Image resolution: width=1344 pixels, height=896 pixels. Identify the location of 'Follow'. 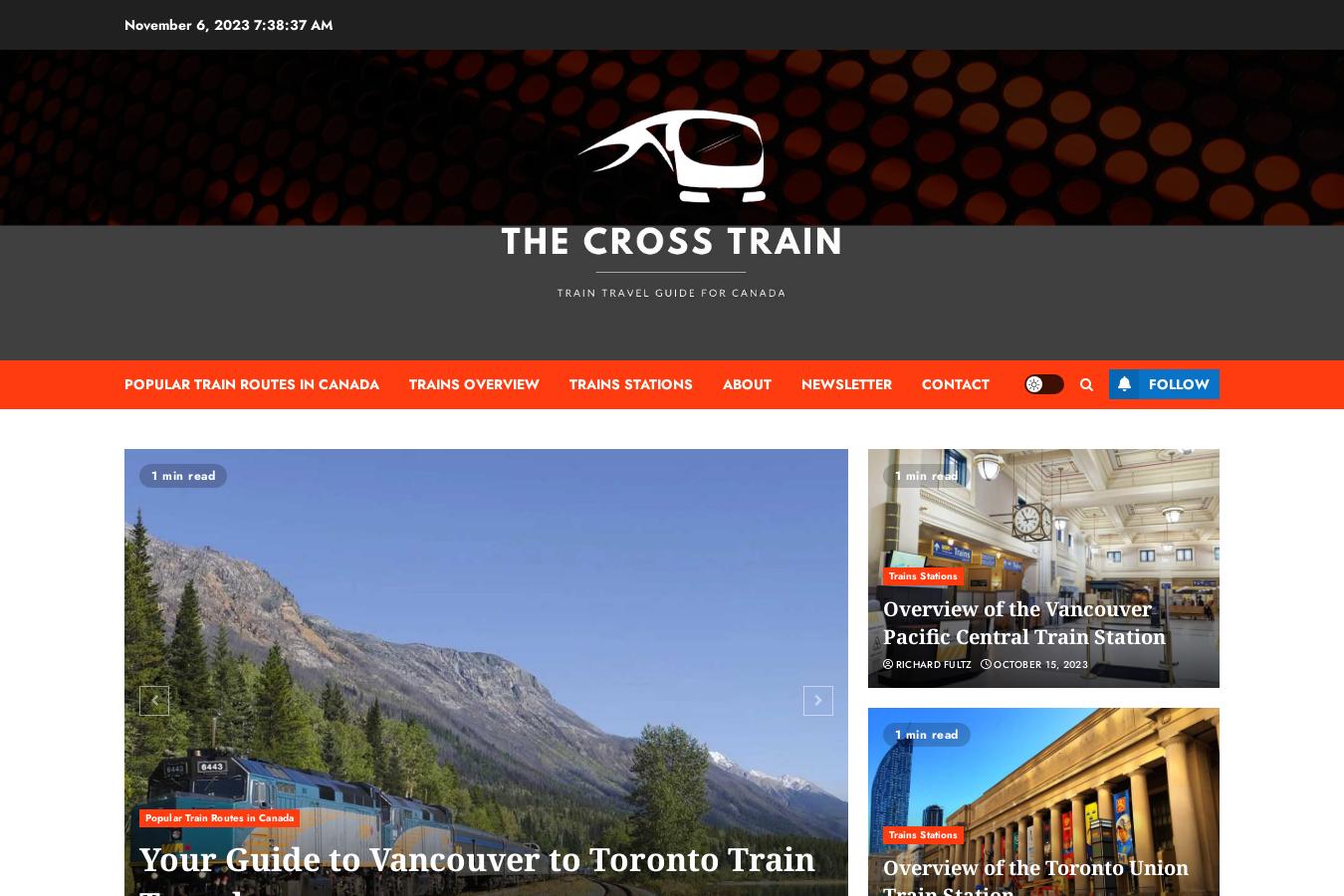
(1147, 383).